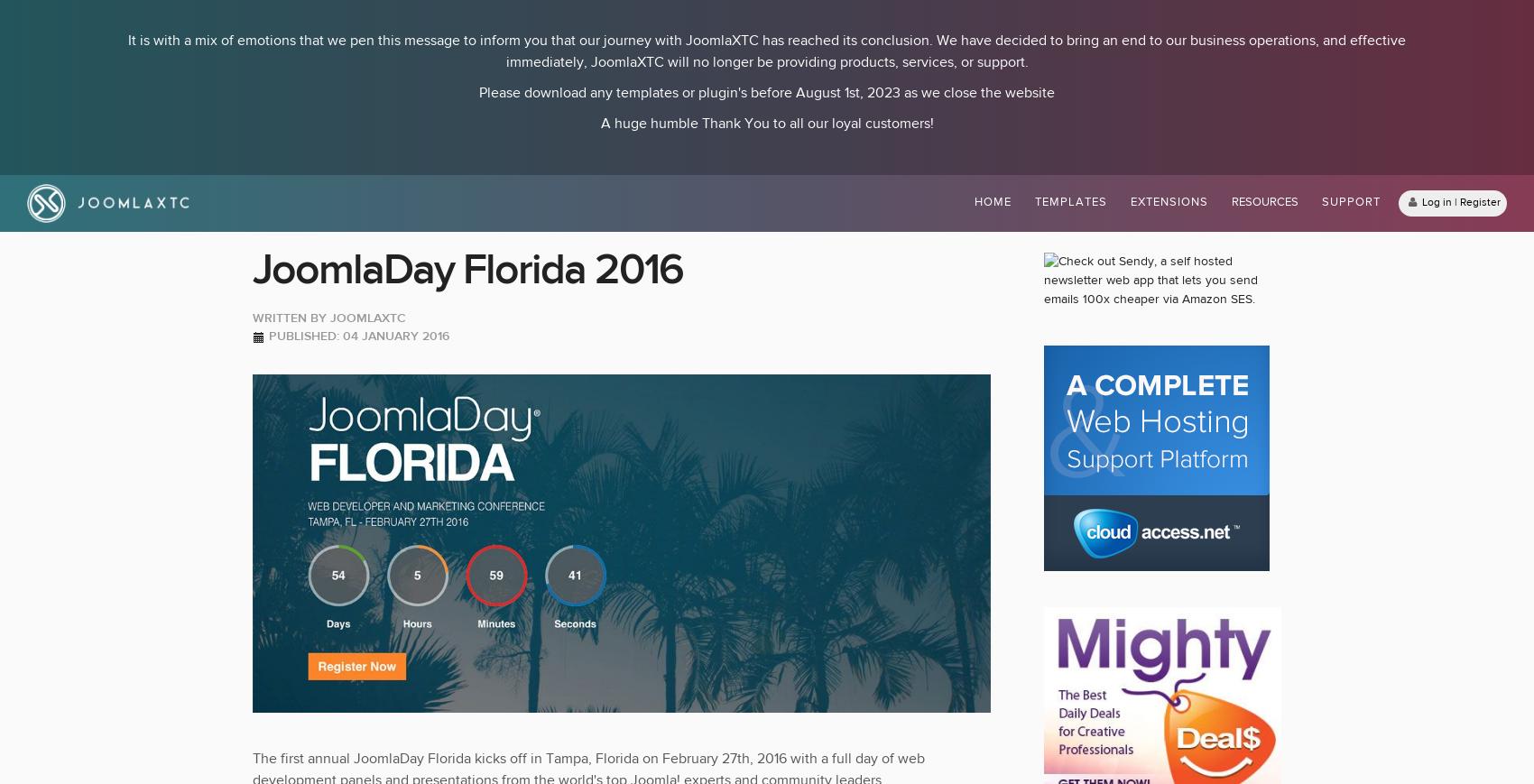 The height and width of the screenshot is (784, 1534). What do you see at coordinates (993, 201) in the screenshot?
I see `'Home'` at bounding box center [993, 201].